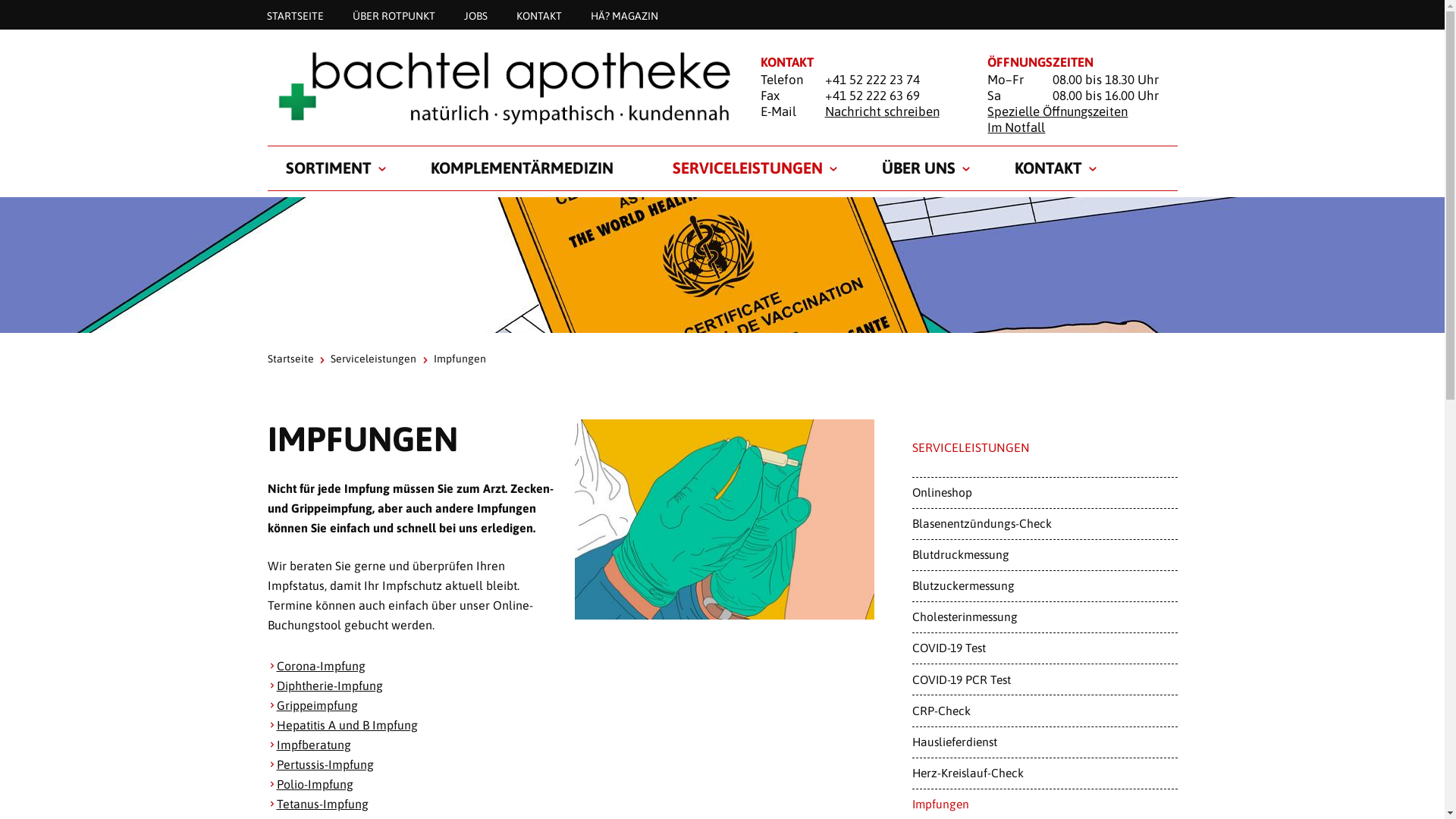 This screenshot has width=1456, height=819. What do you see at coordinates (746, 168) in the screenshot?
I see `'SERVICELEISTUNGEN'` at bounding box center [746, 168].